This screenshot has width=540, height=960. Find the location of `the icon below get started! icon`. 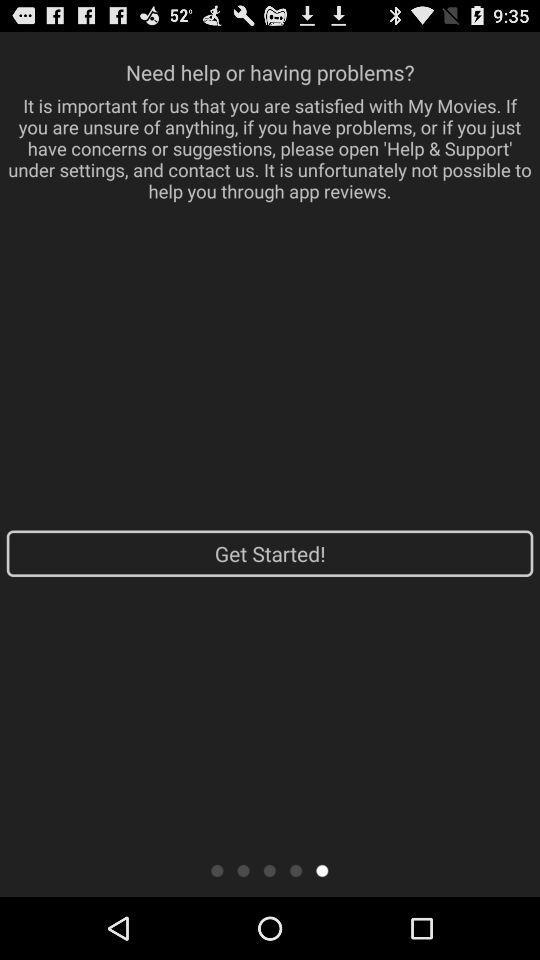

the icon below get started! icon is located at coordinates (295, 869).